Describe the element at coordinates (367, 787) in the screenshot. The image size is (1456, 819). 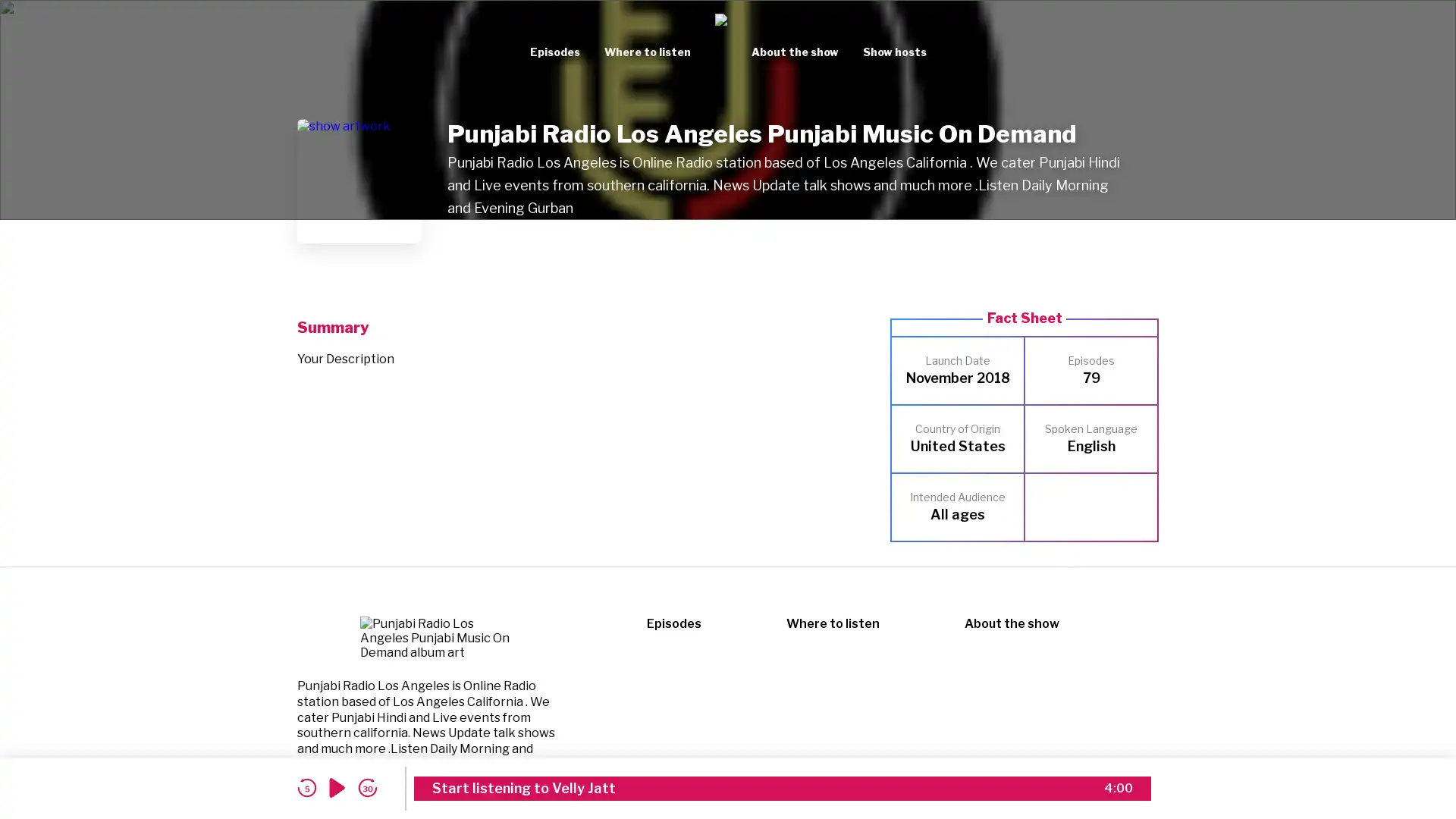
I see `skip forward 30 seconds` at that location.